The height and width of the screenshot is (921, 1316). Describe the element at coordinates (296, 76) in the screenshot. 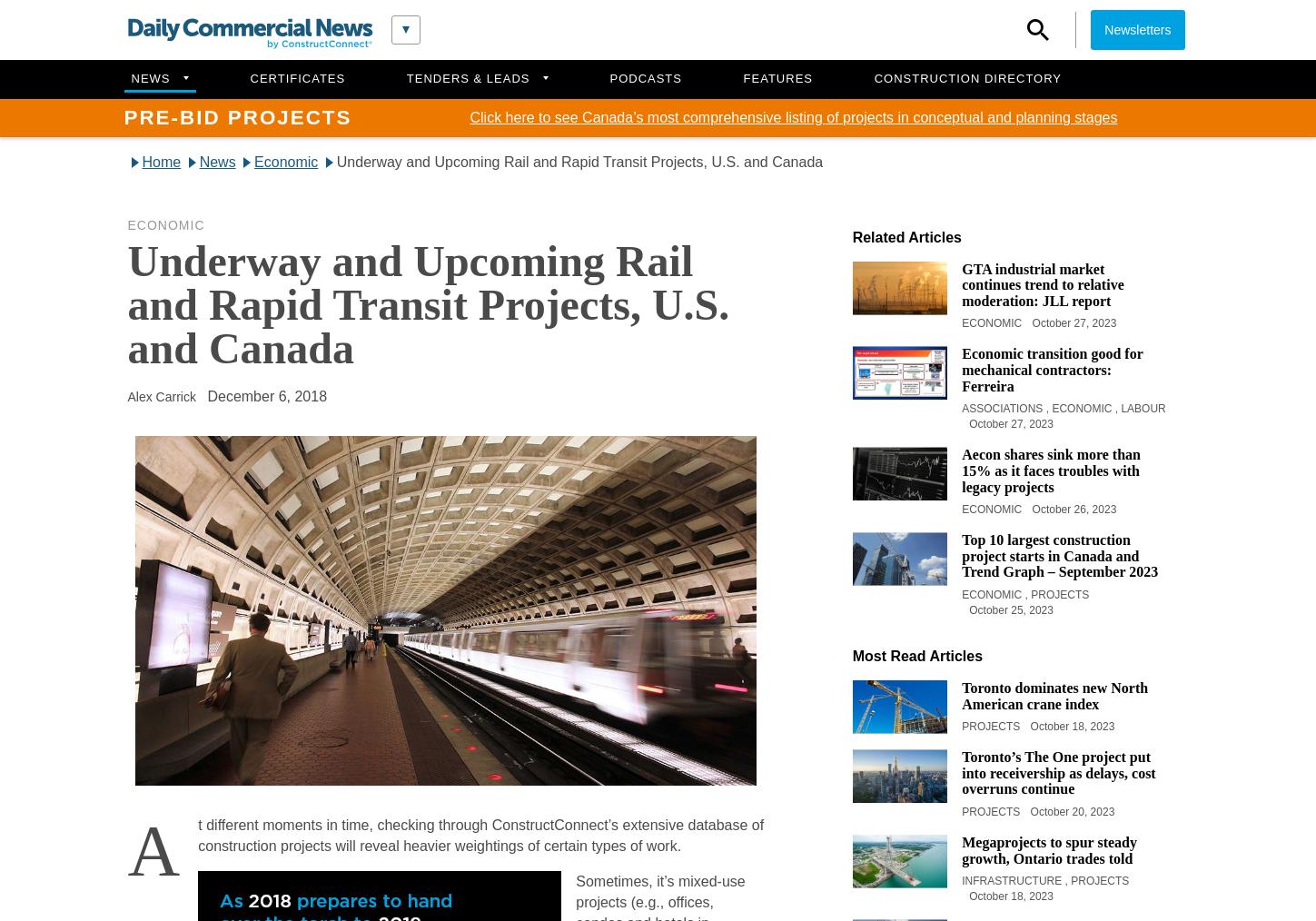

I see `'Certificates'` at that location.